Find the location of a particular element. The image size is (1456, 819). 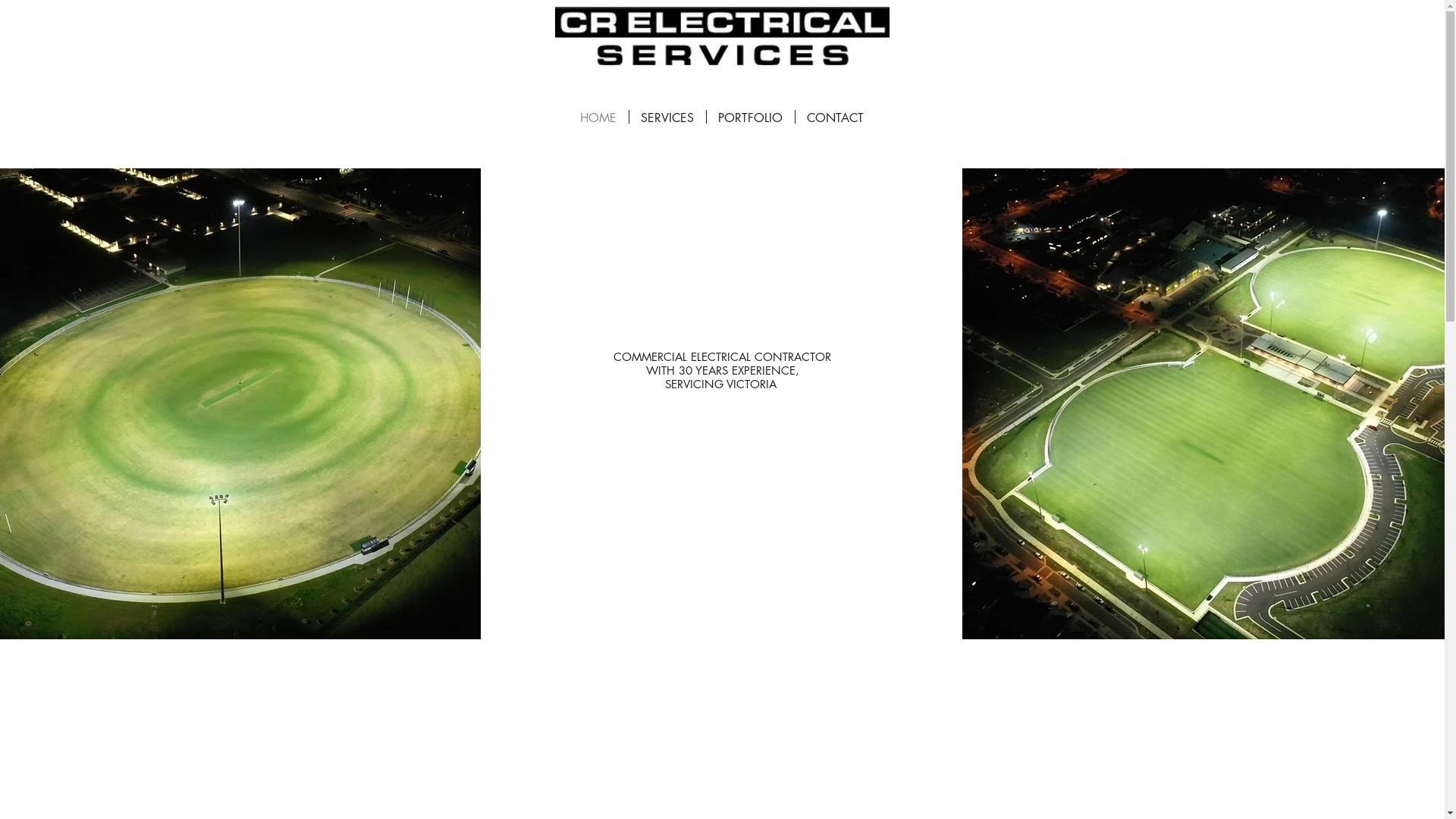

'SERVICES' is located at coordinates (667, 116).